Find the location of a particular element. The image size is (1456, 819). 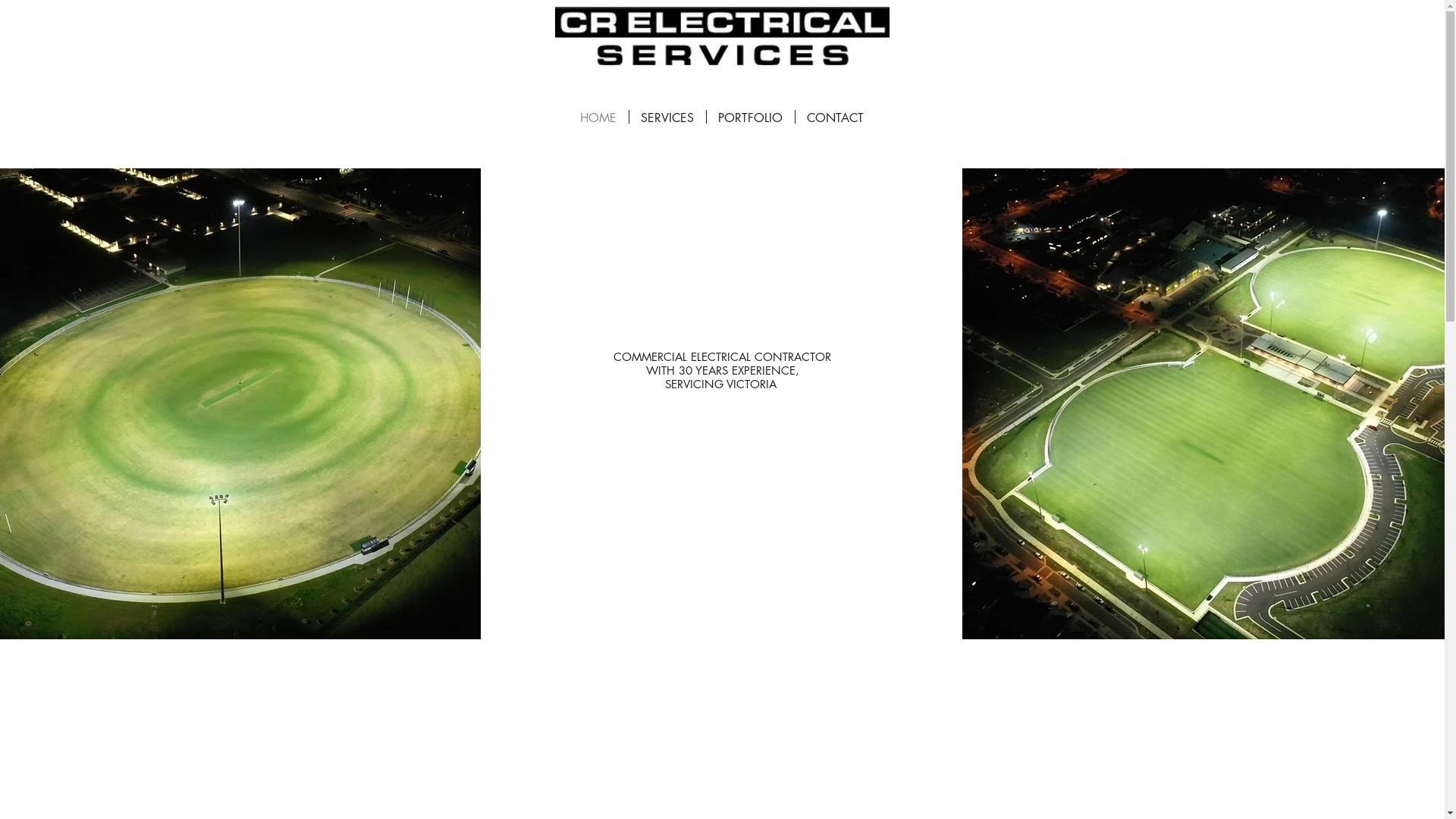

'SERVICES' is located at coordinates (667, 116).